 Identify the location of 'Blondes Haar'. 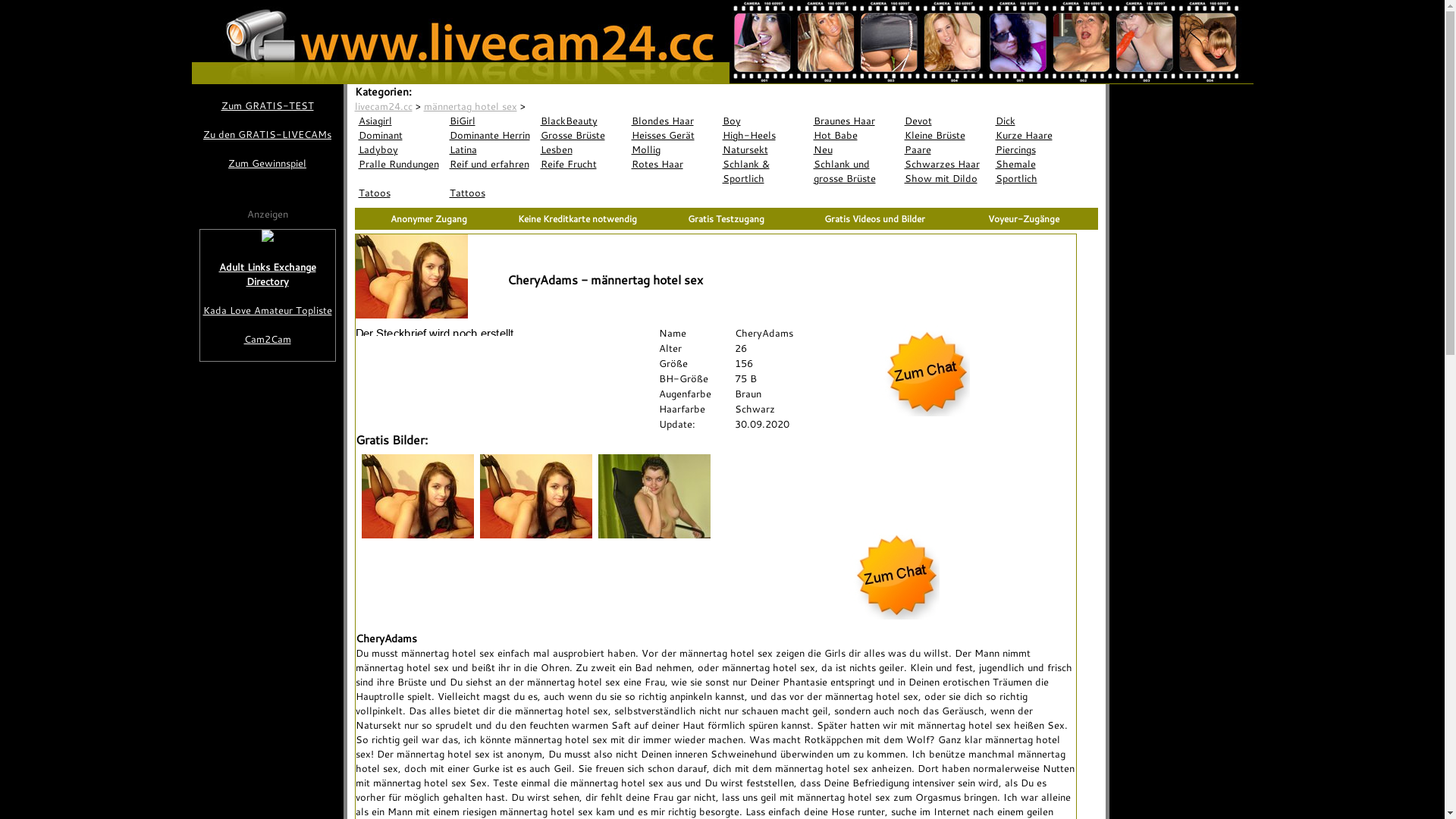
(673, 120).